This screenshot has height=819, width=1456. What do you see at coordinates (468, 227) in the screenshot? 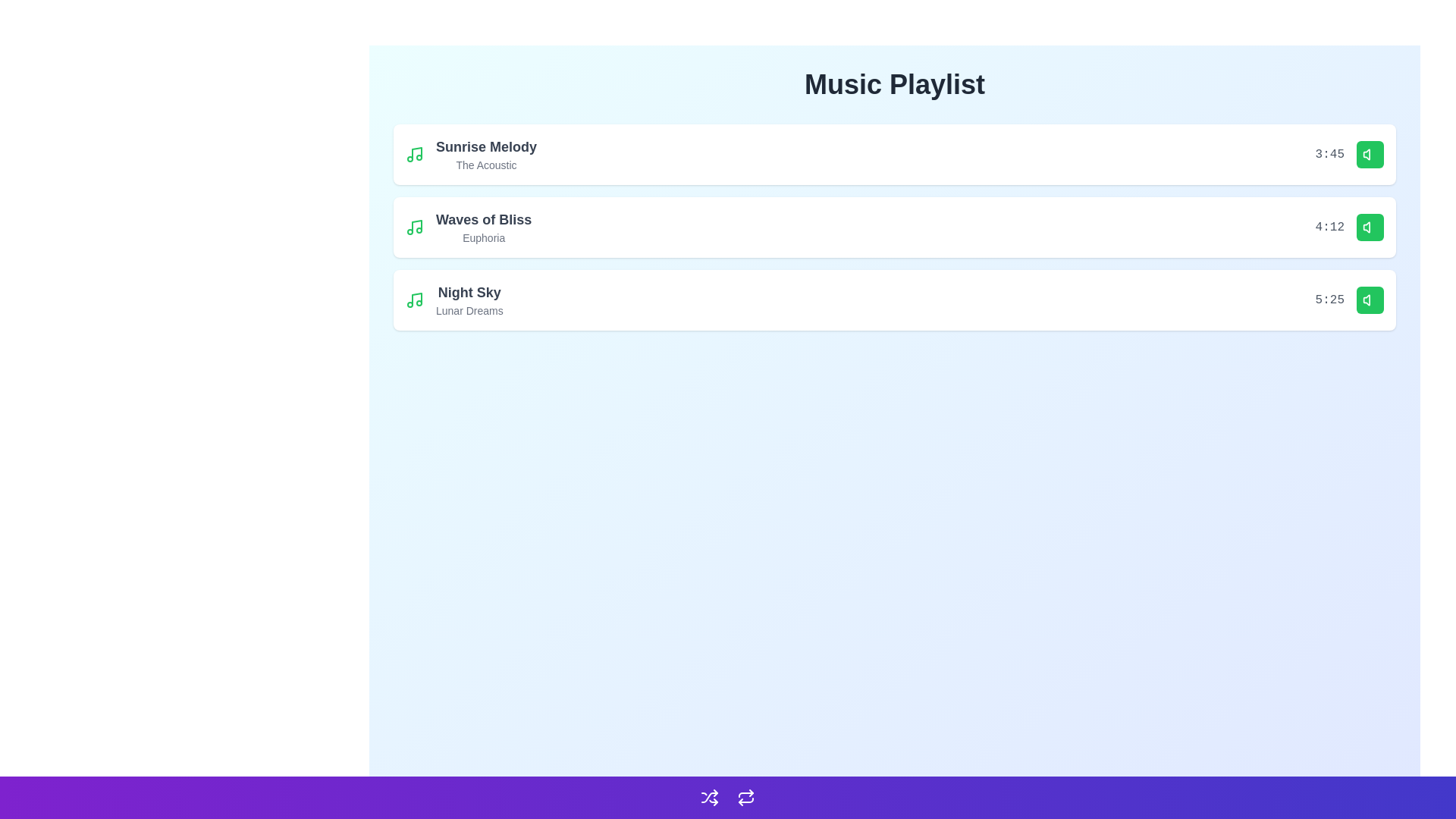
I see `the 'Waves of Bliss' text information block with the smaller 'Euphoria' text below it, which is accompanied by a green music note icon` at bounding box center [468, 227].